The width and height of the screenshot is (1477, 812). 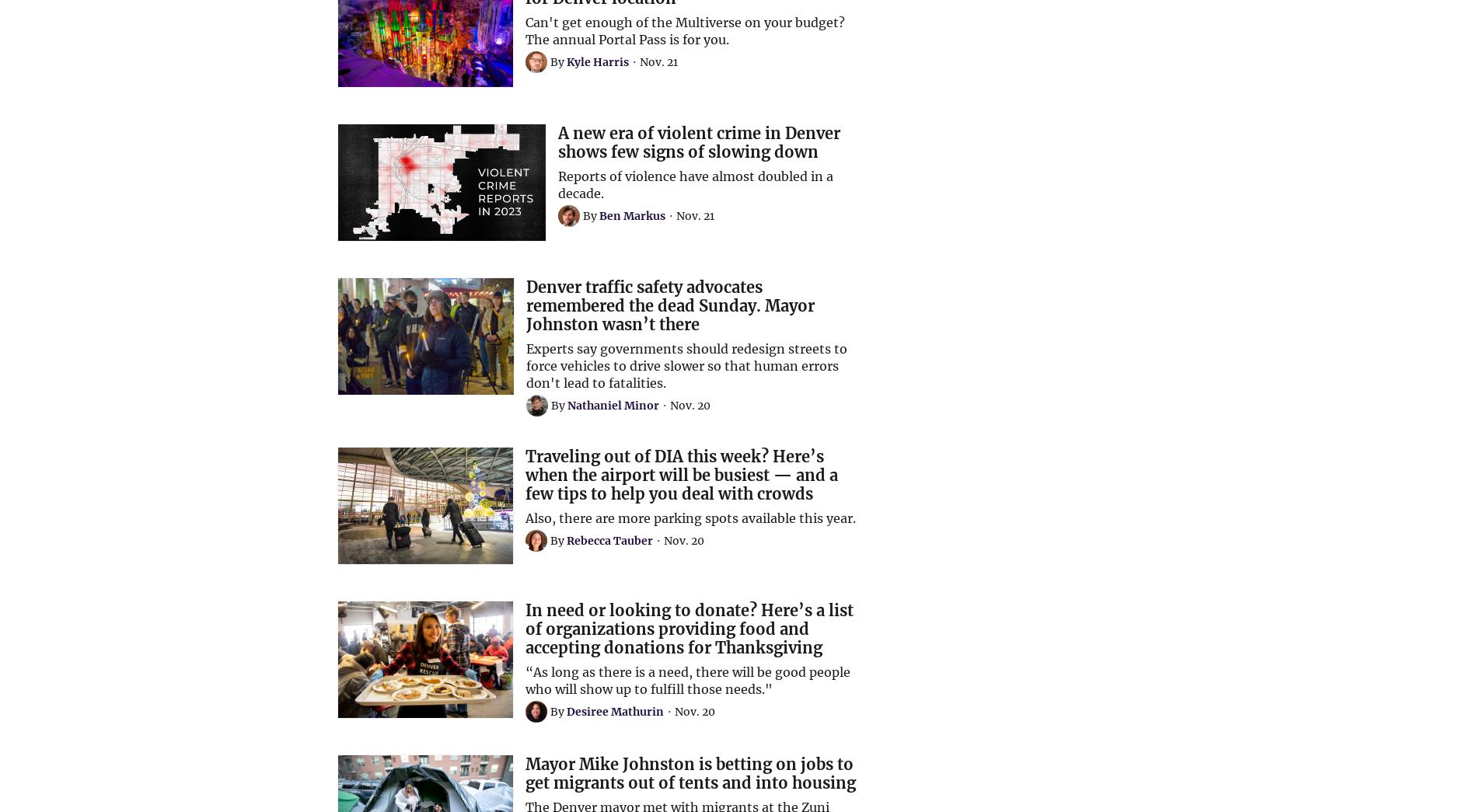 What do you see at coordinates (687, 679) in the screenshot?
I see `'“As long as there is a need, there will be good people who will show up to fulfill those needs."'` at bounding box center [687, 679].